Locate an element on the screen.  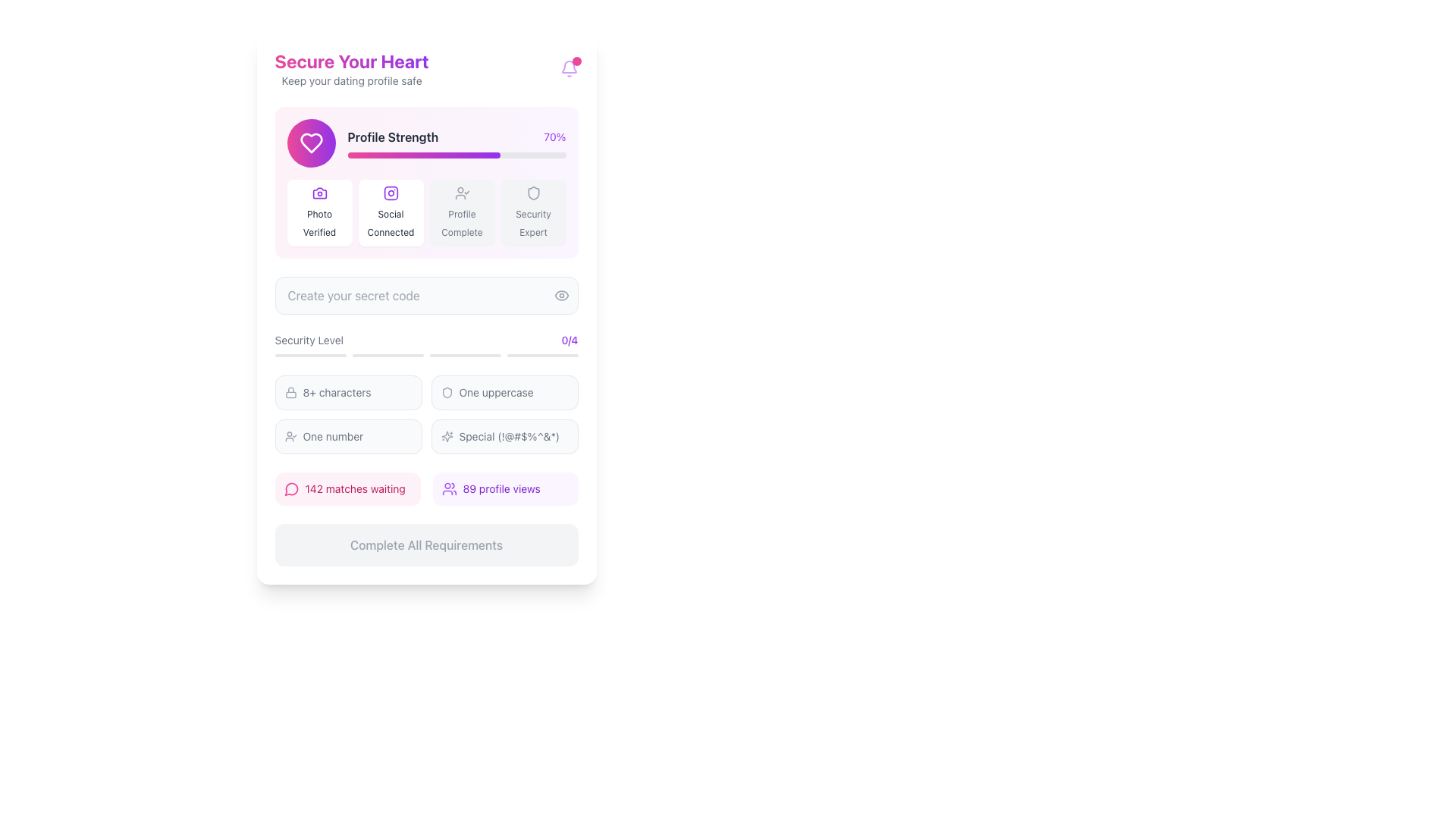
the security icon located in the 'Security Expert' section, positioned at the rightmost end of the profile strength features row under the 'Profile Strength' header is located at coordinates (533, 192).